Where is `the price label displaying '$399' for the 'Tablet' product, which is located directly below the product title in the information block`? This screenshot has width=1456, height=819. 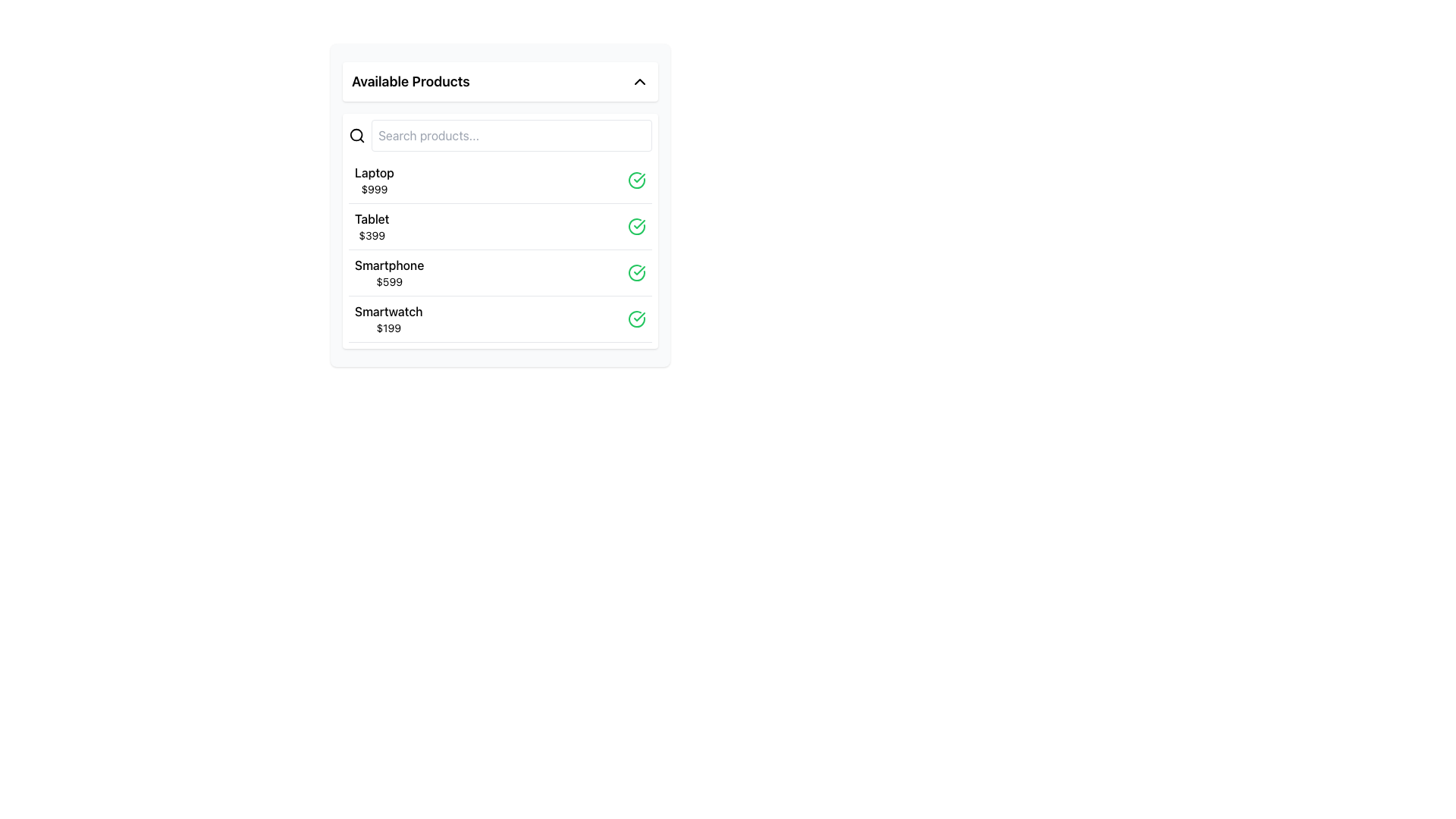
the price label displaying '$399' for the 'Tablet' product, which is located directly below the product title in the information block is located at coordinates (372, 236).